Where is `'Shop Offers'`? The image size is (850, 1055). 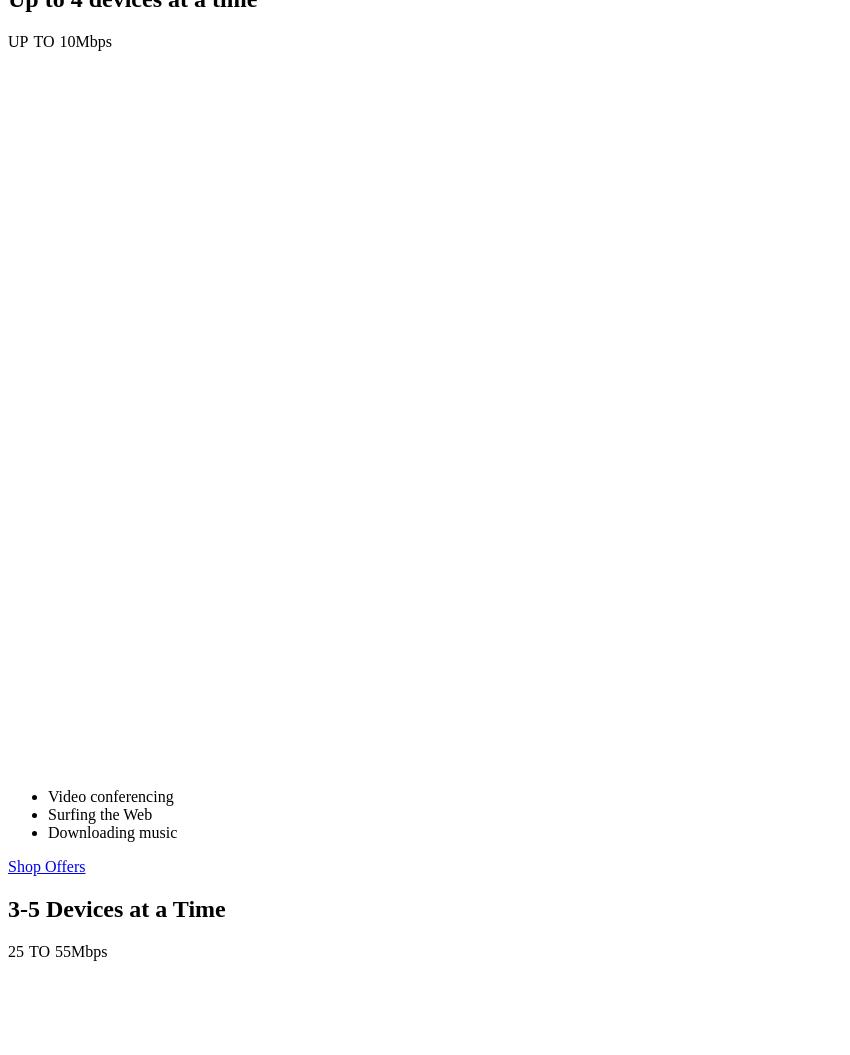
'Shop Offers' is located at coordinates (46, 866).